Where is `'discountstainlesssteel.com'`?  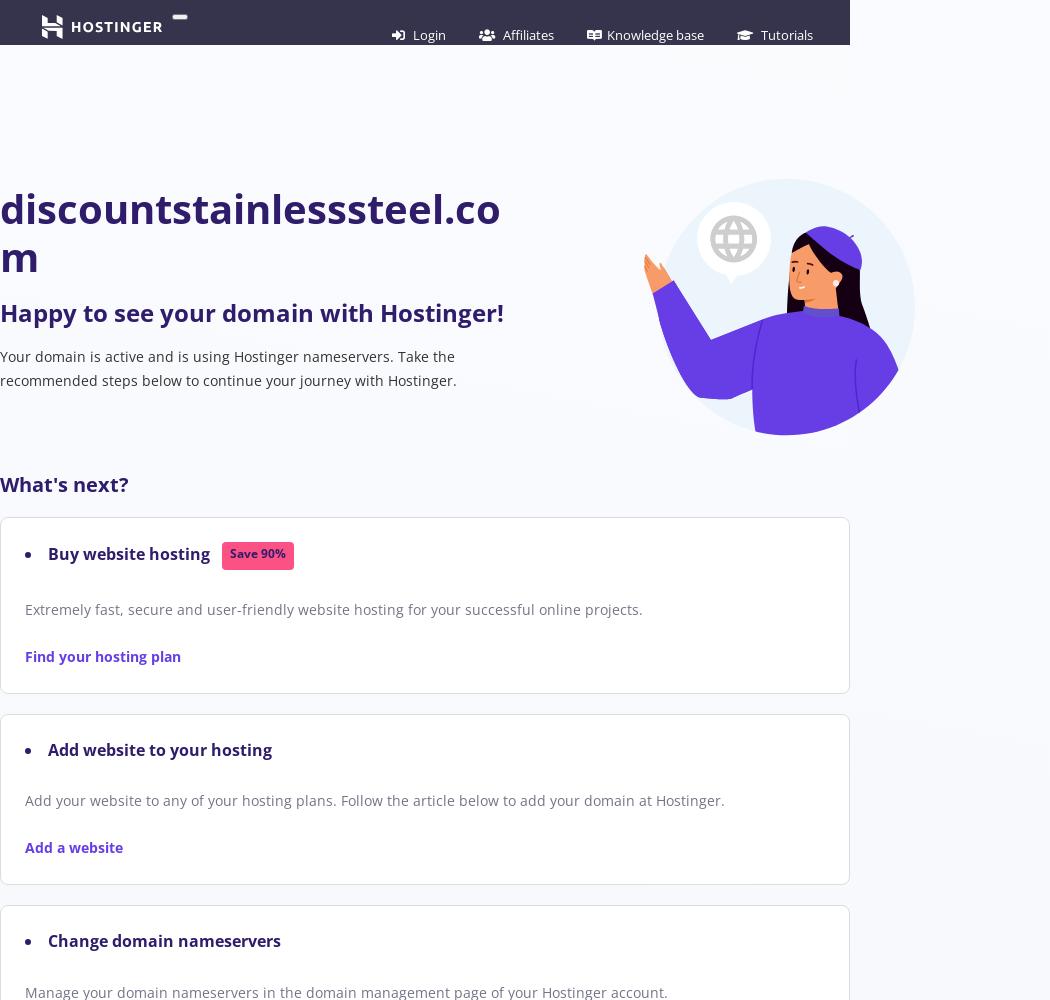 'discountstainlesssteel.com' is located at coordinates (250, 231).